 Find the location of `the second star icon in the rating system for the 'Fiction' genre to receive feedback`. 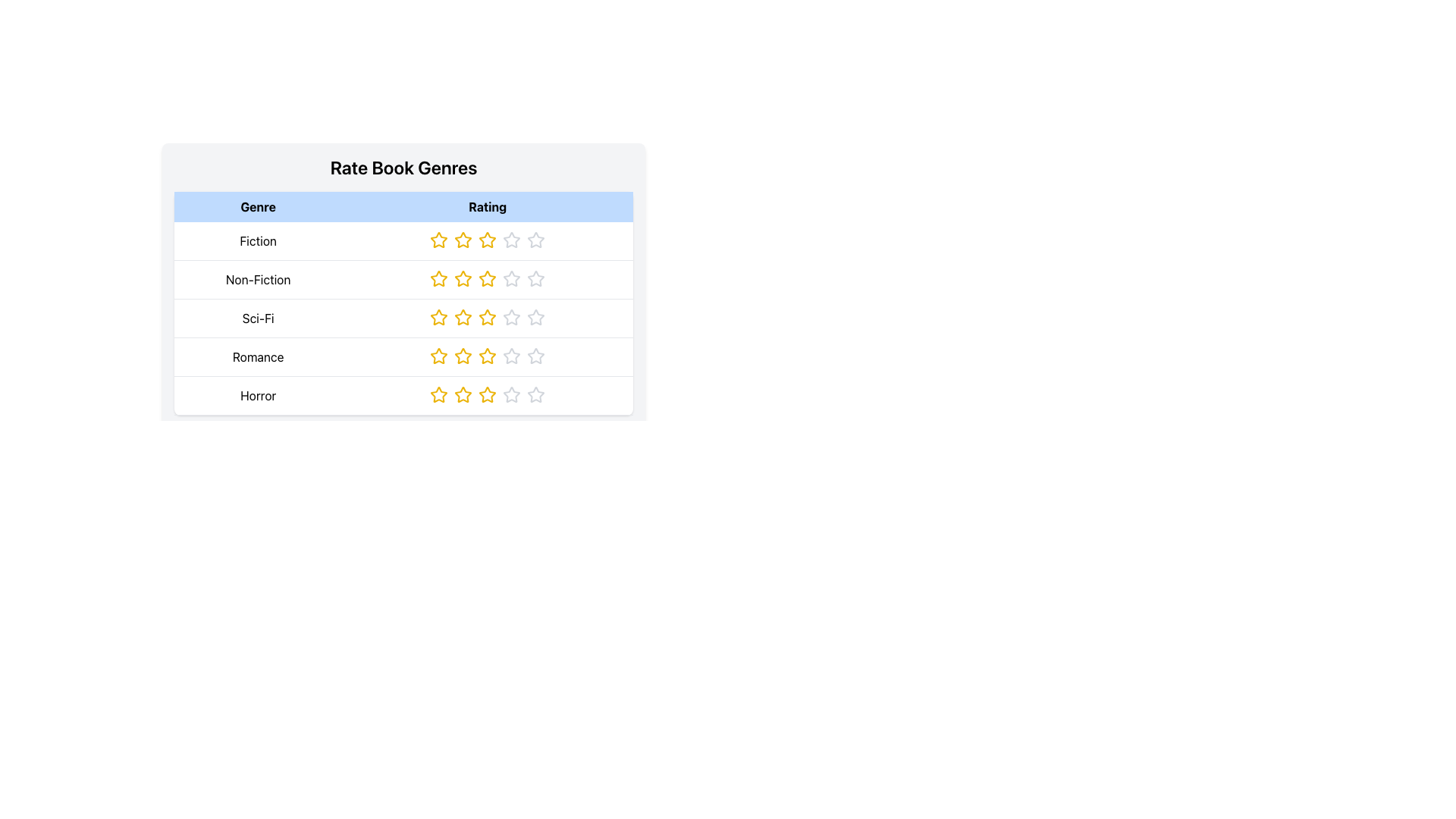

the second star icon in the rating system for the 'Fiction' genre to receive feedback is located at coordinates (463, 239).